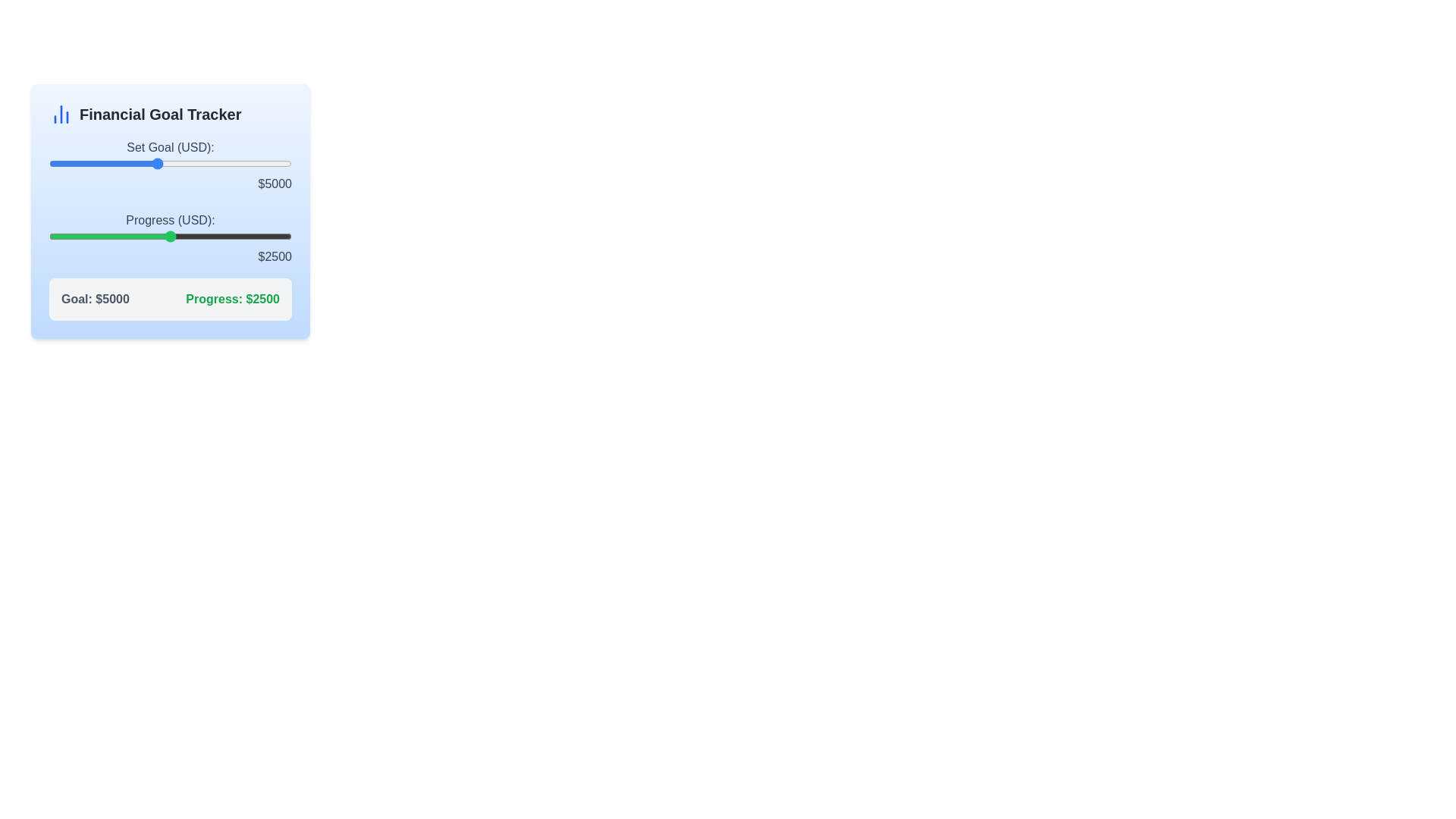  I want to click on the financial goal slider to 3329 USD, so click(111, 164).